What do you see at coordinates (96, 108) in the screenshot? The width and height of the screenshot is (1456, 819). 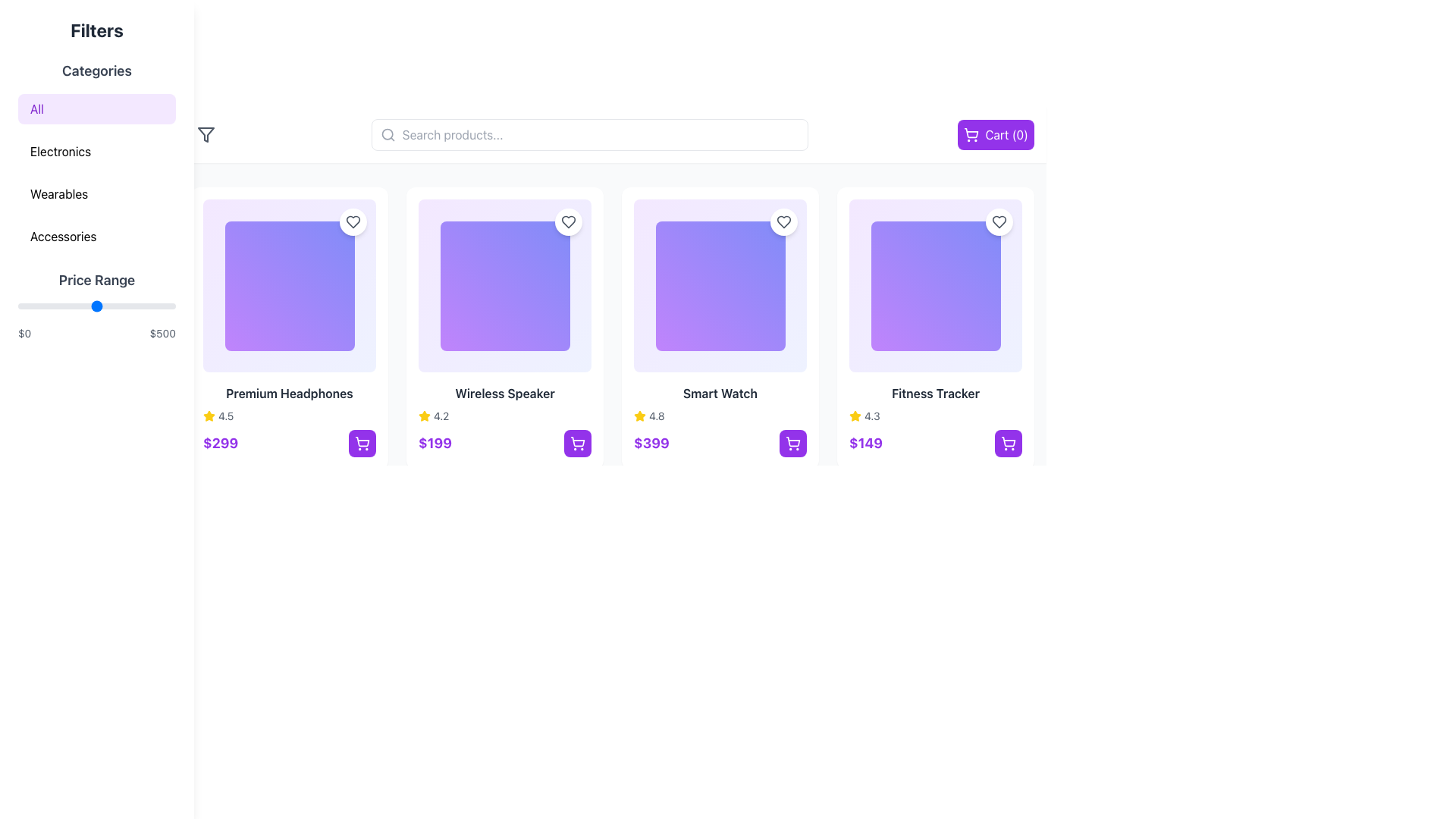 I see `interactive button for filtering all categories, located at the top of the list beneath the 'Categories' heading in the sidebar` at bounding box center [96, 108].